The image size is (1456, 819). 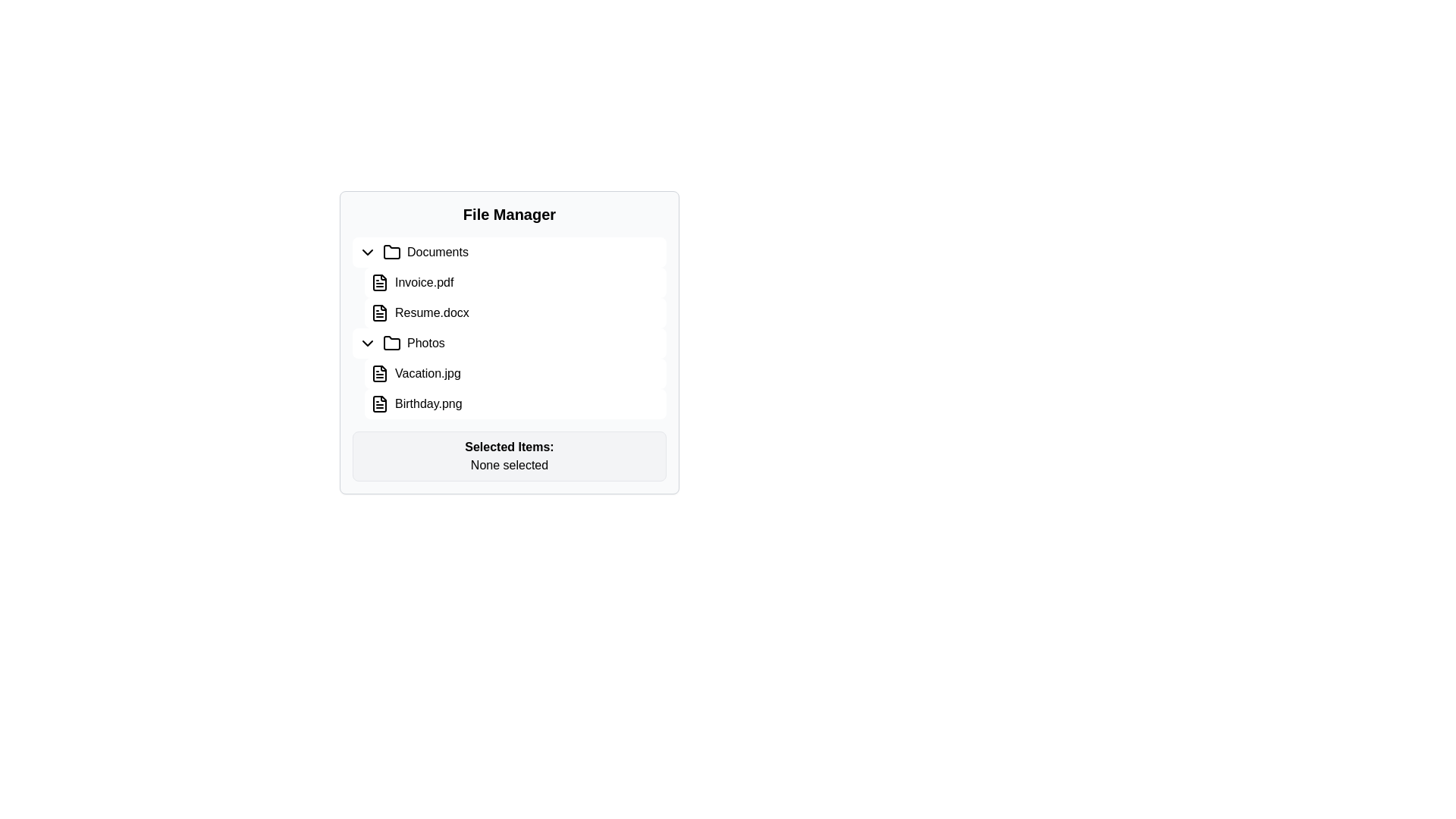 What do you see at coordinates (424, 283) in the screenshot?
I see `on the text label displaying the filename 'Invoice.pdf' in the Documents section of the file manager` at bounding box center [424, 283].